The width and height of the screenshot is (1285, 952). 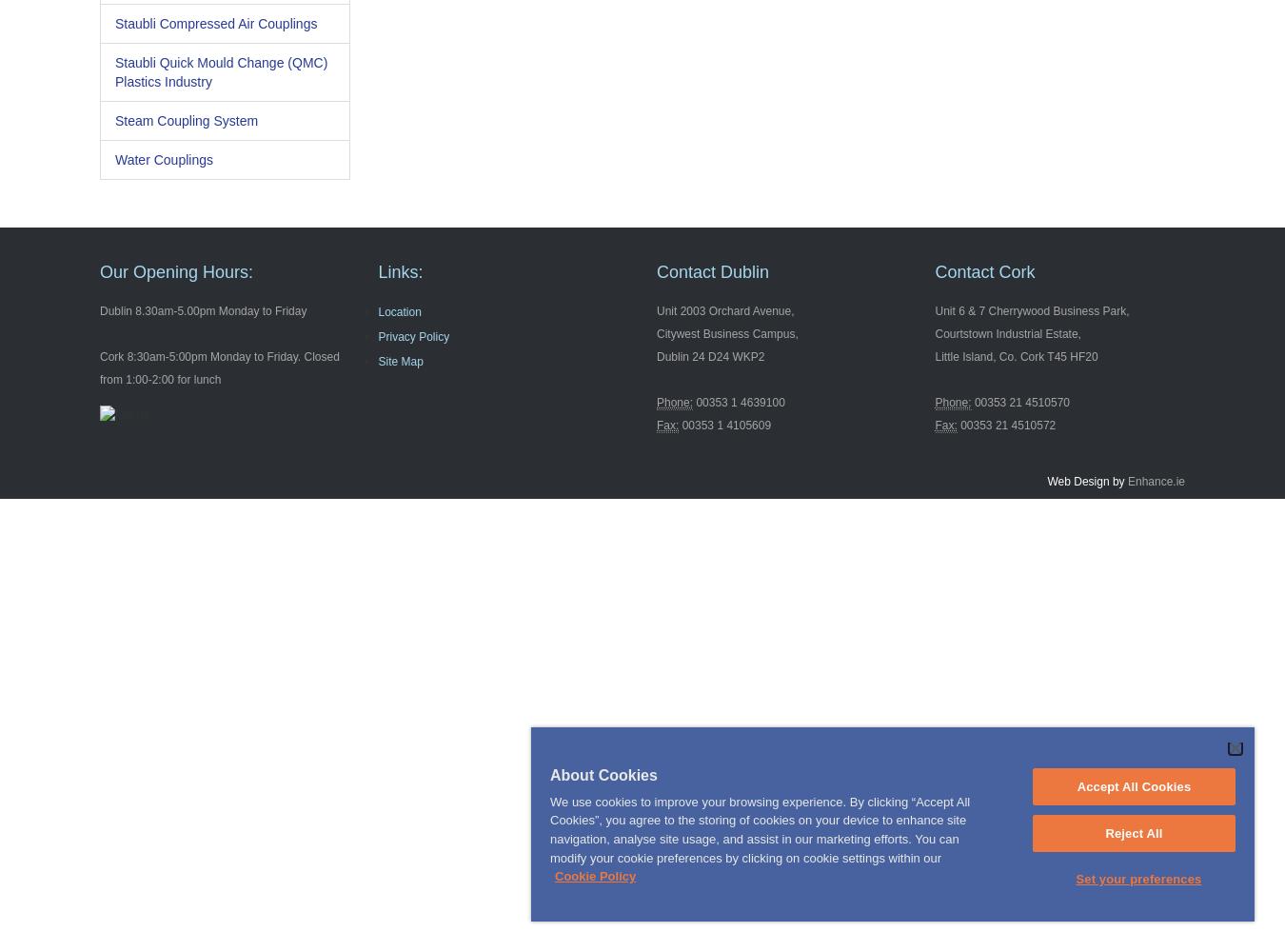 I want to click on 'Unit 6 & 7 Cherrywood Business Park,', so click(x=1032, y=310).